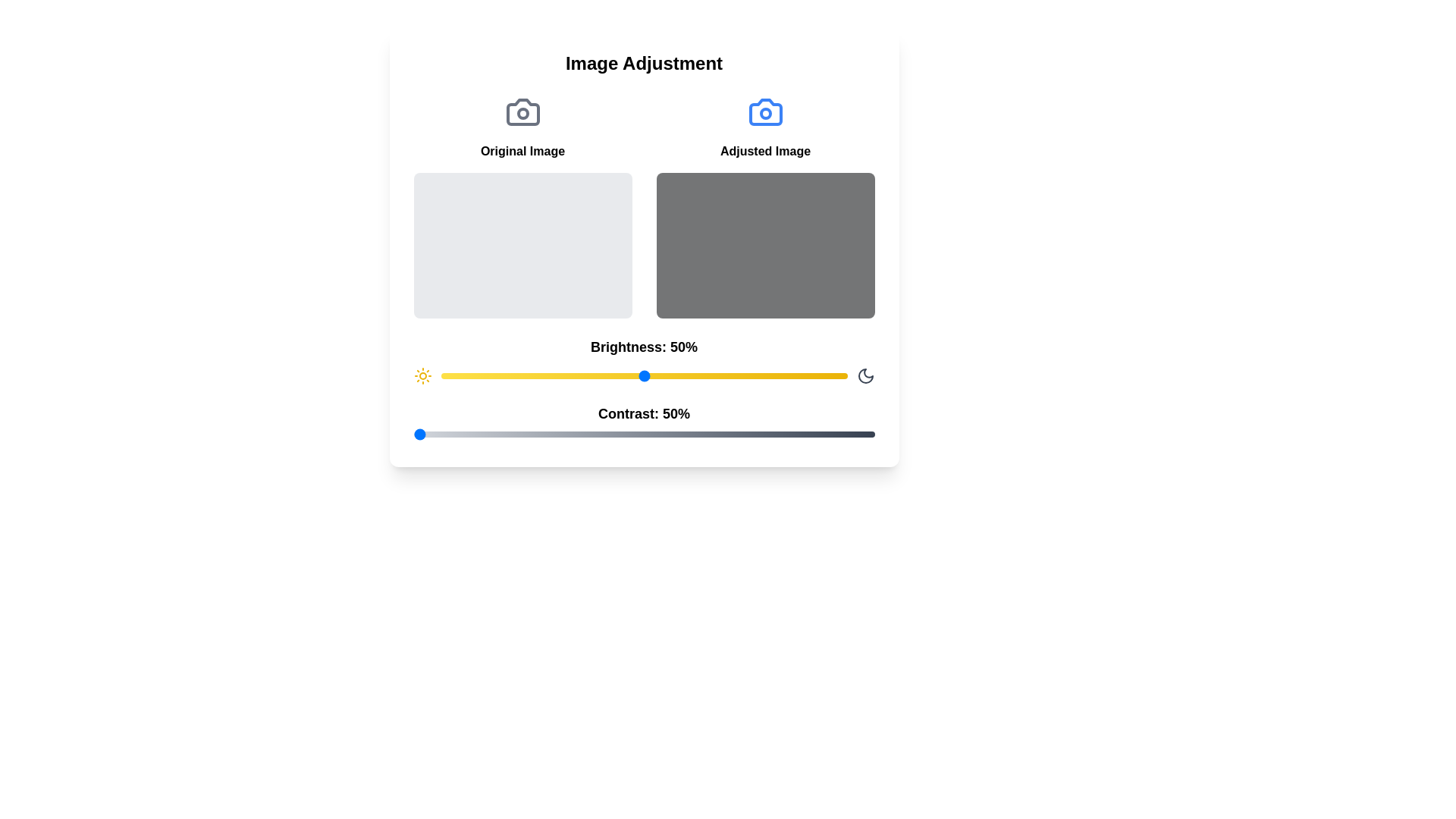  What do you see at coordinates (522, 113) in the screenshot?
I see `the small circular icon located inside the left camera icon in the 'Image Adjustment' interface` at bounding box center [522, 113].